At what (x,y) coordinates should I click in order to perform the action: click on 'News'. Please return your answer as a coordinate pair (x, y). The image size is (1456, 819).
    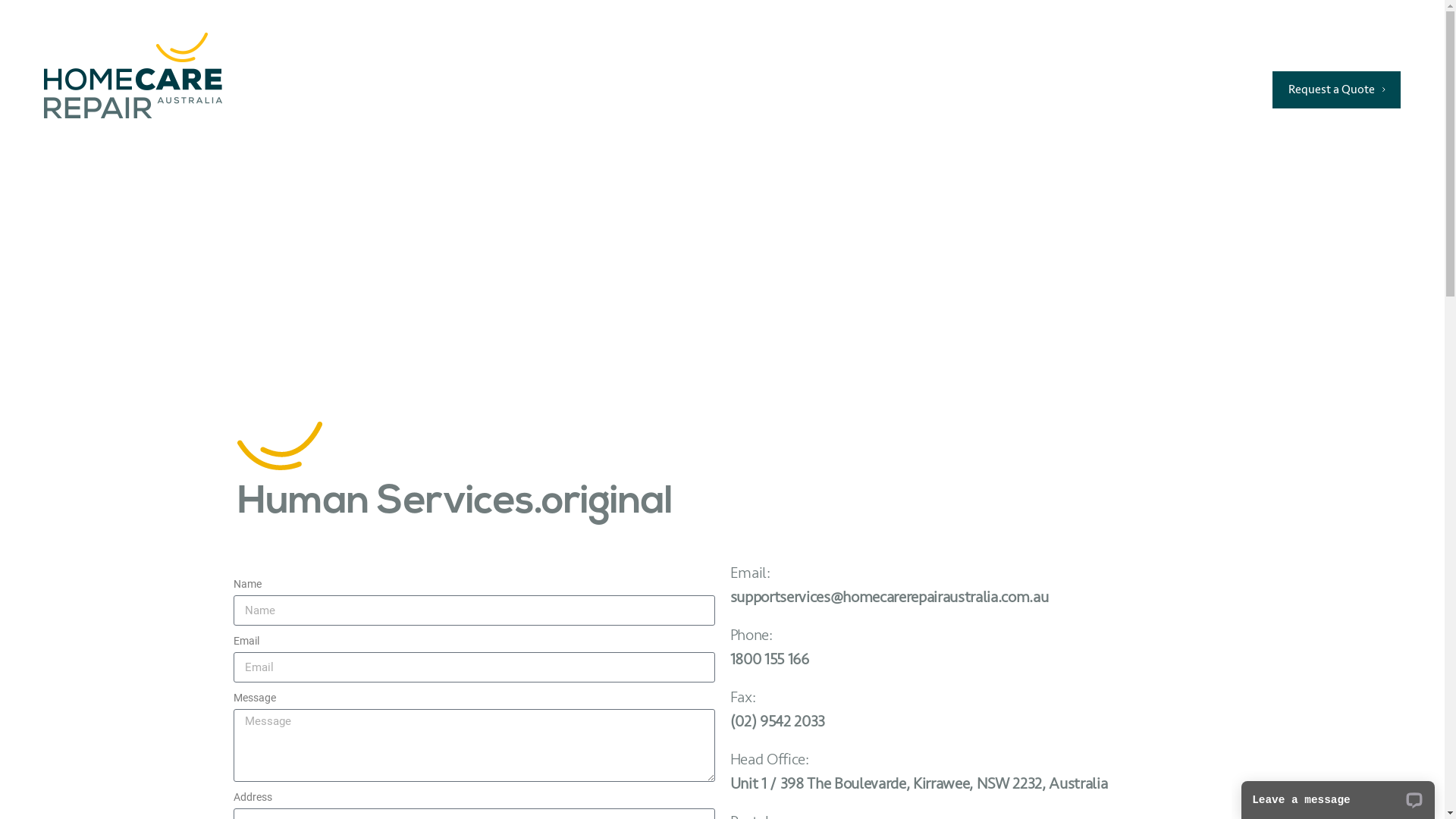
    Looking at the image, I should click on (996, 89).